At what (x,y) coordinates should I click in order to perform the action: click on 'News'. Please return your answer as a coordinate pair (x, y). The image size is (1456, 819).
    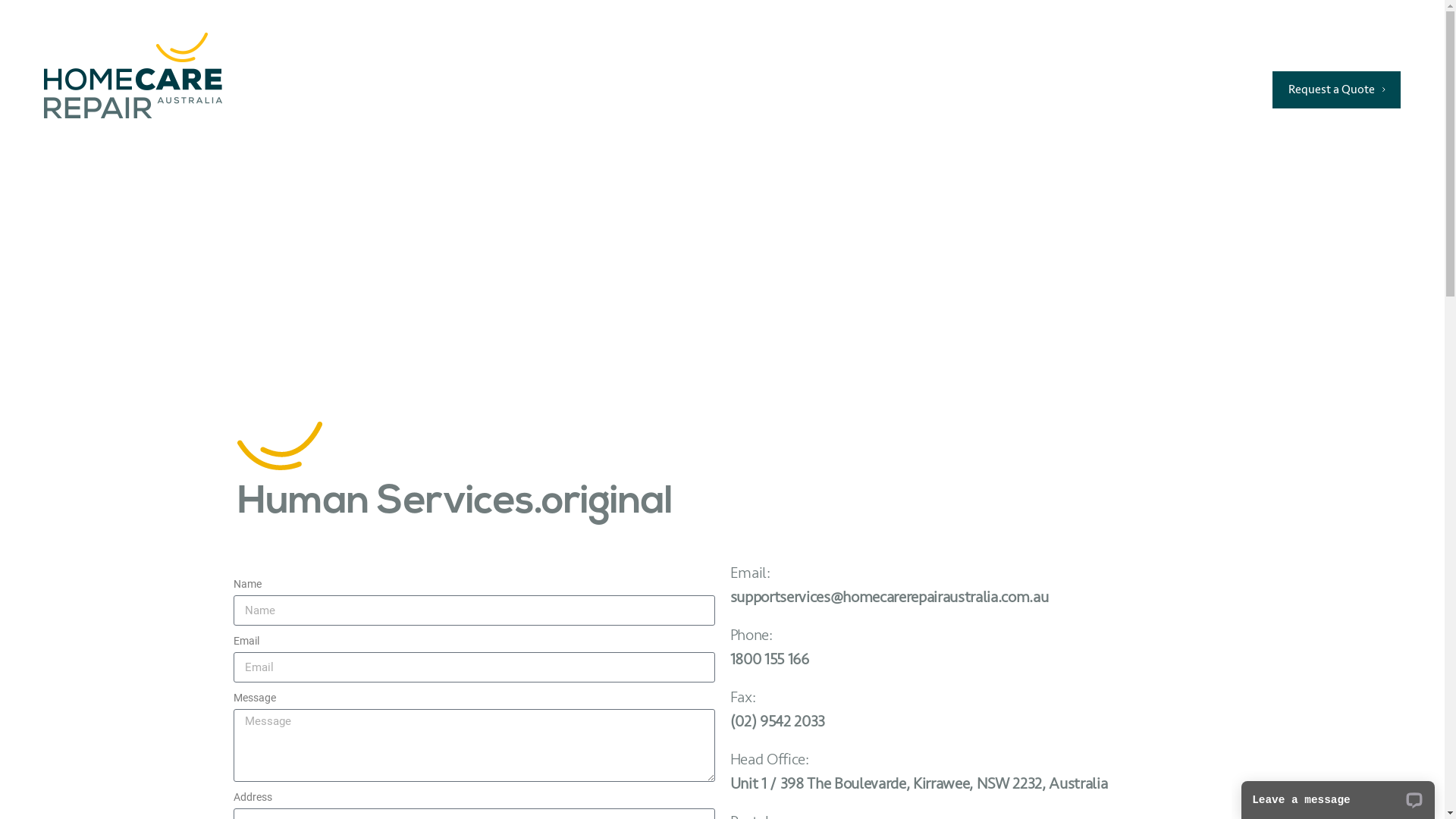
    Looking at the image, I should click on (996, 89).